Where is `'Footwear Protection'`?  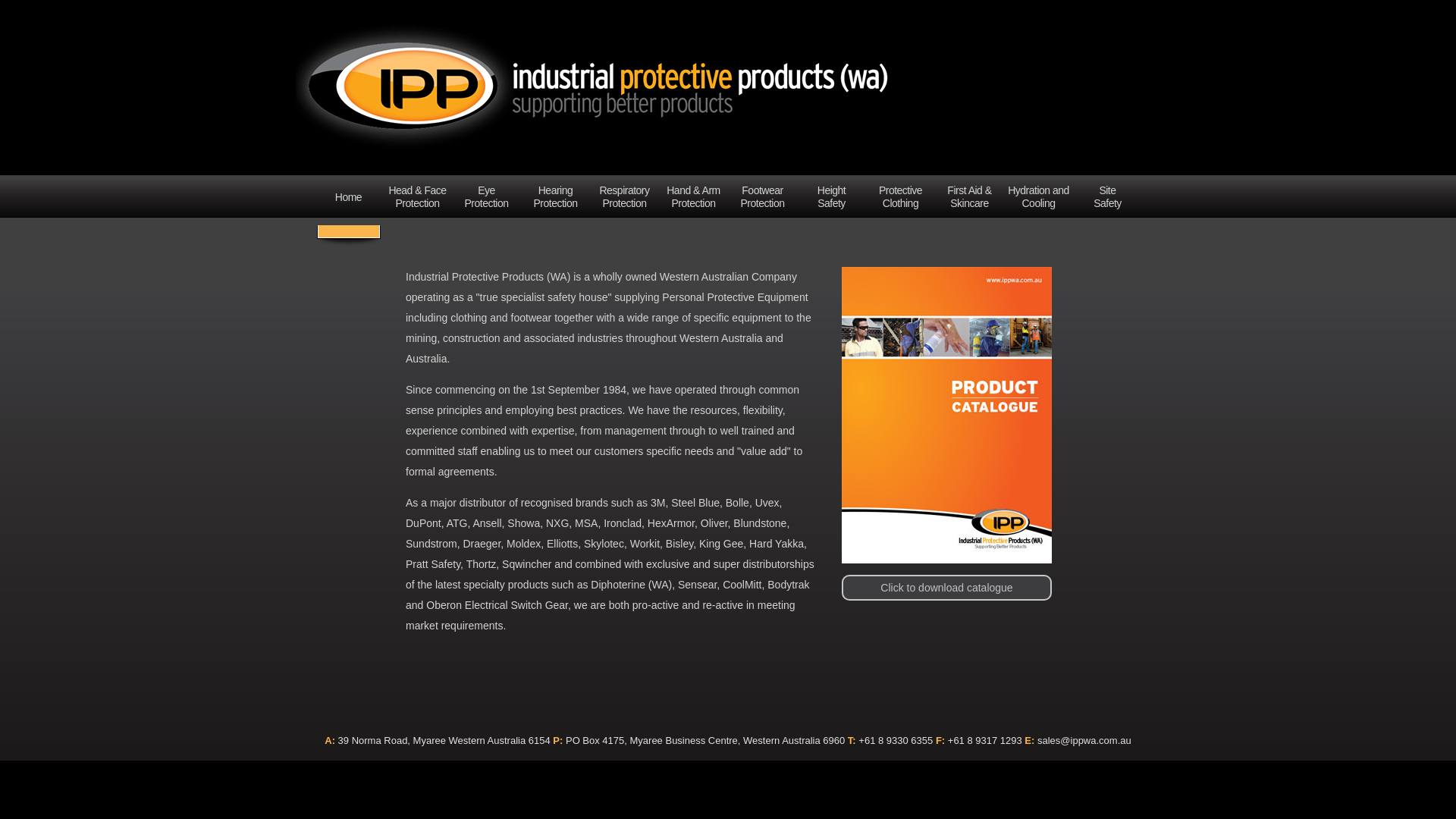 'Footwear Protection' is located at coordinates (728, 196).